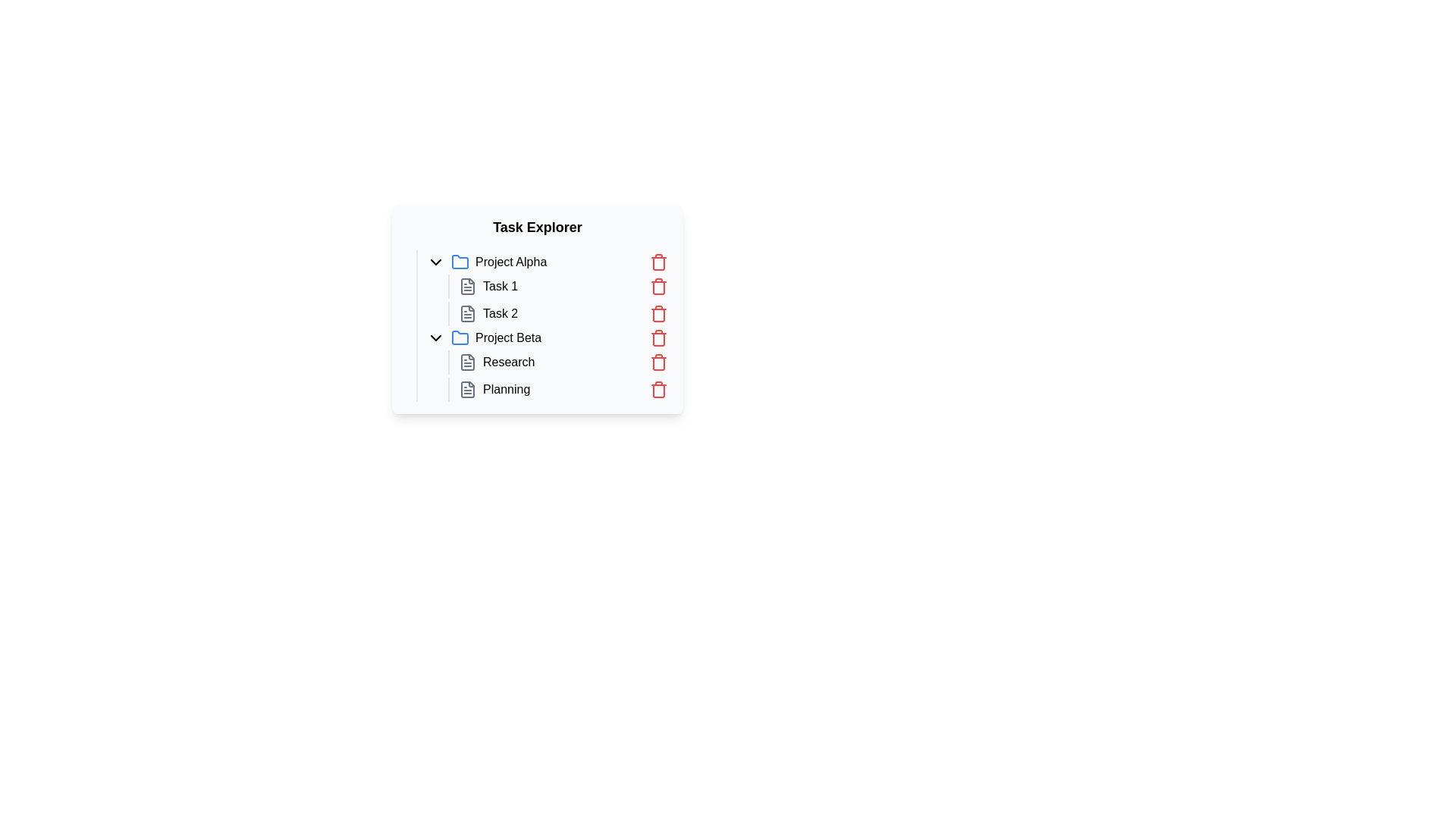 This screenshot has width=1456, height=819. What do you see at coordinates (459, 337) in the screenshot?
I see `the folder icon representing 'Project Beta' to trigger a tooltip` at bounding box center [459, 337].